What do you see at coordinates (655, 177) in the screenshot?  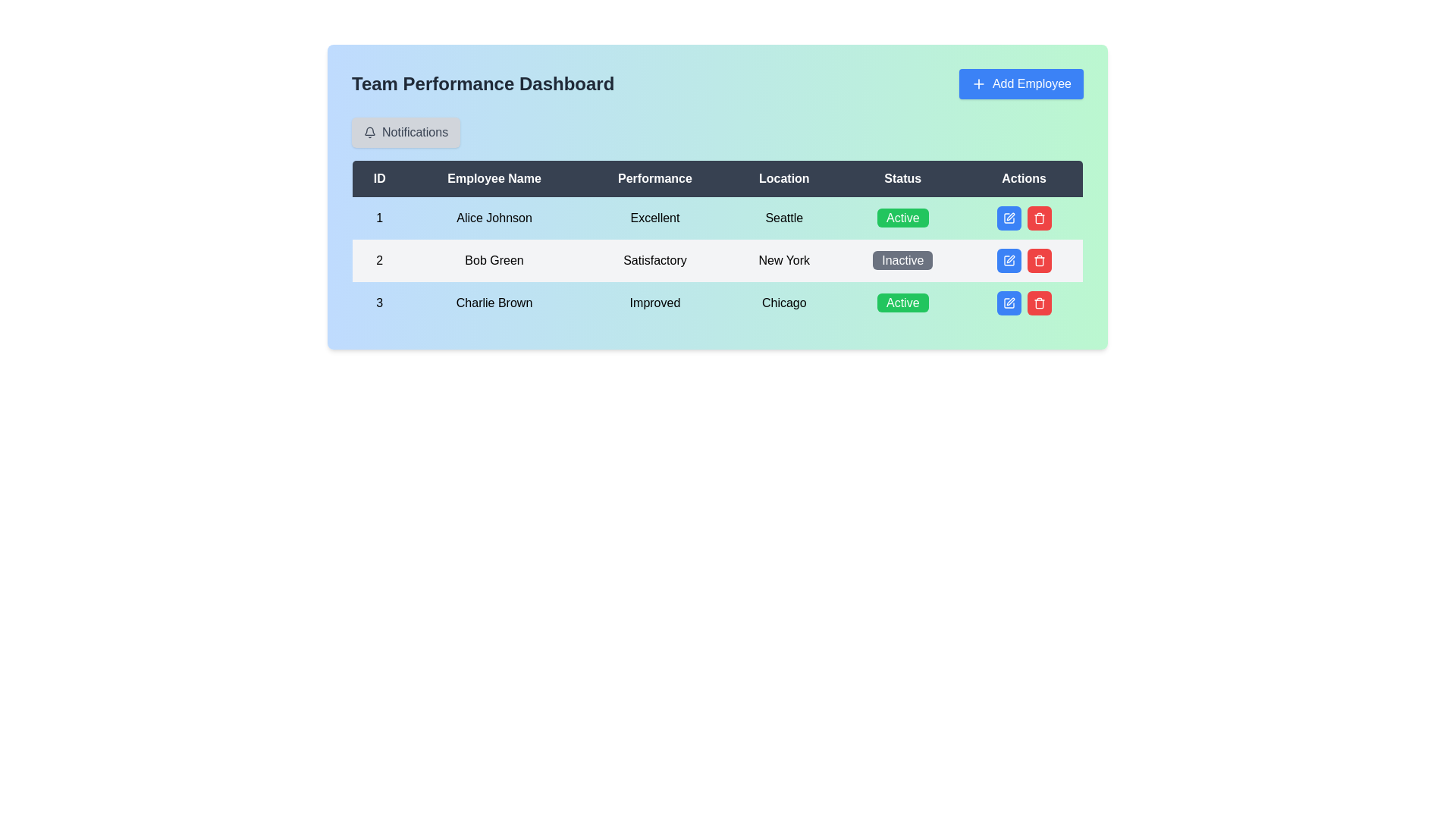 I see `the 'Performance' text label in the table header, which is the third header in the row, displayed in white font on a dark background` at bounding box center [655, 177].